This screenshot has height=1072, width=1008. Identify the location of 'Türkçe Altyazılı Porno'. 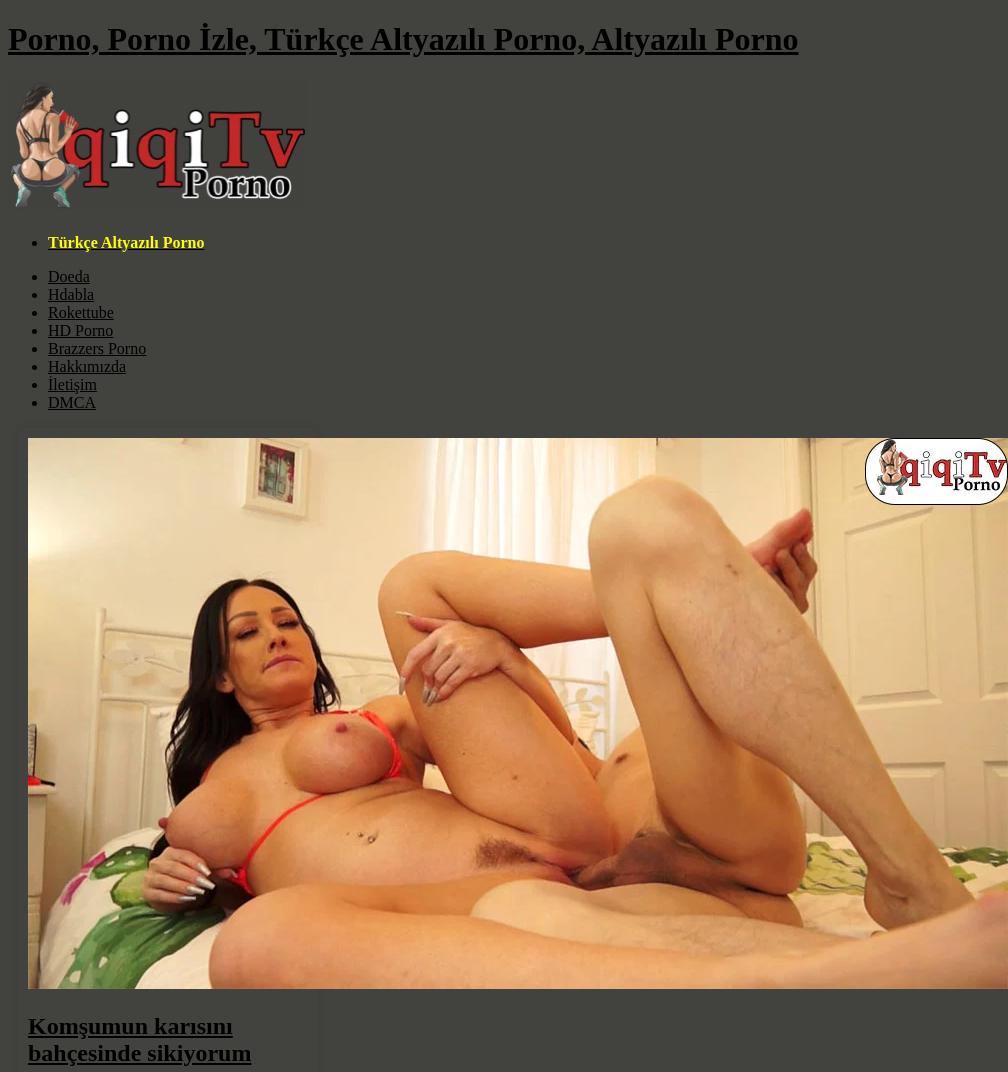
(47, 241).